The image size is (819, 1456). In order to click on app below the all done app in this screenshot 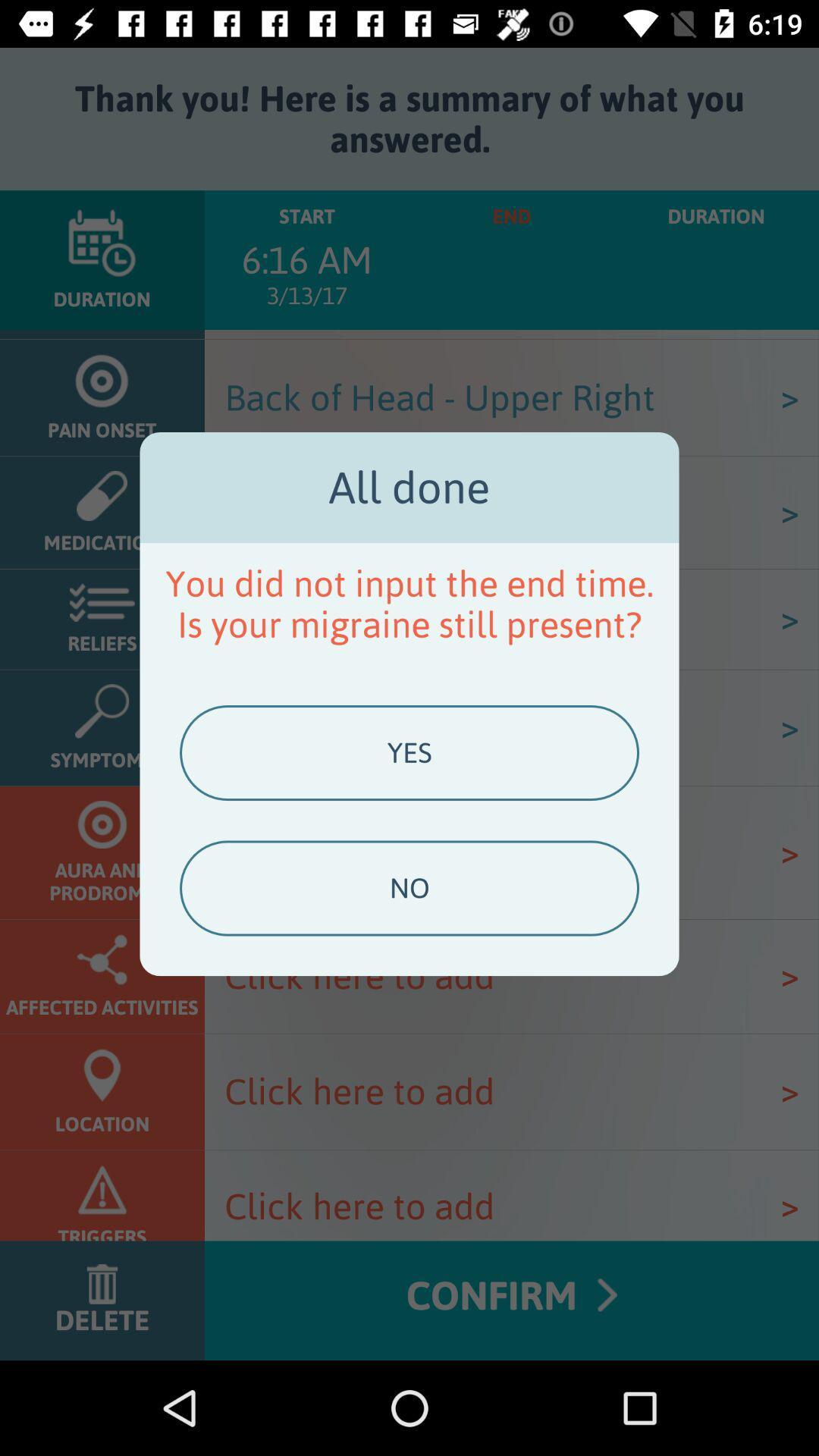, I will do `click(409, 603)`.